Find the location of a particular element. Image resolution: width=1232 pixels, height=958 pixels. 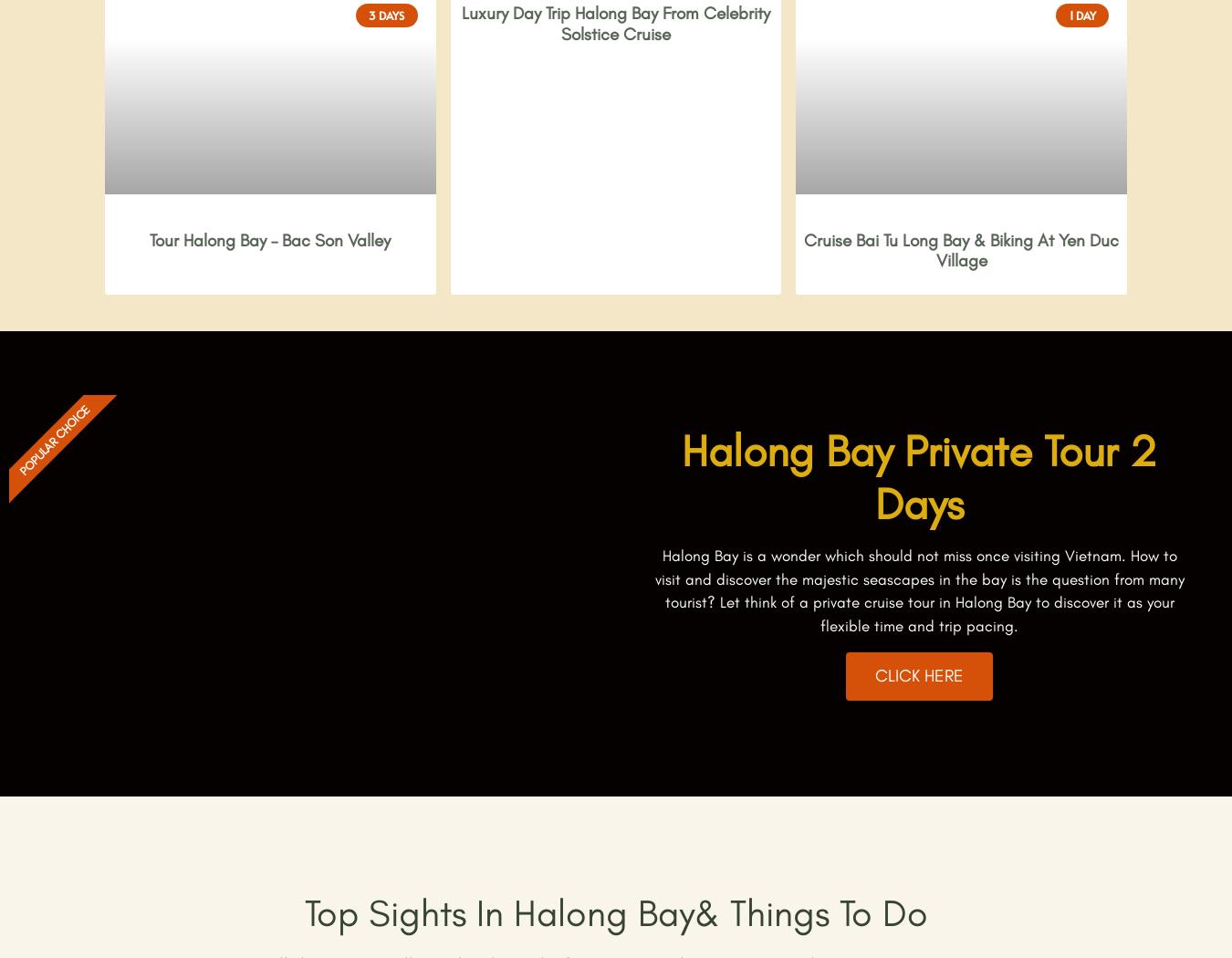

'Luxury Day Trip Halong Bay From Celebrity Solstice Cruise' is located at coordinates (615, 24).